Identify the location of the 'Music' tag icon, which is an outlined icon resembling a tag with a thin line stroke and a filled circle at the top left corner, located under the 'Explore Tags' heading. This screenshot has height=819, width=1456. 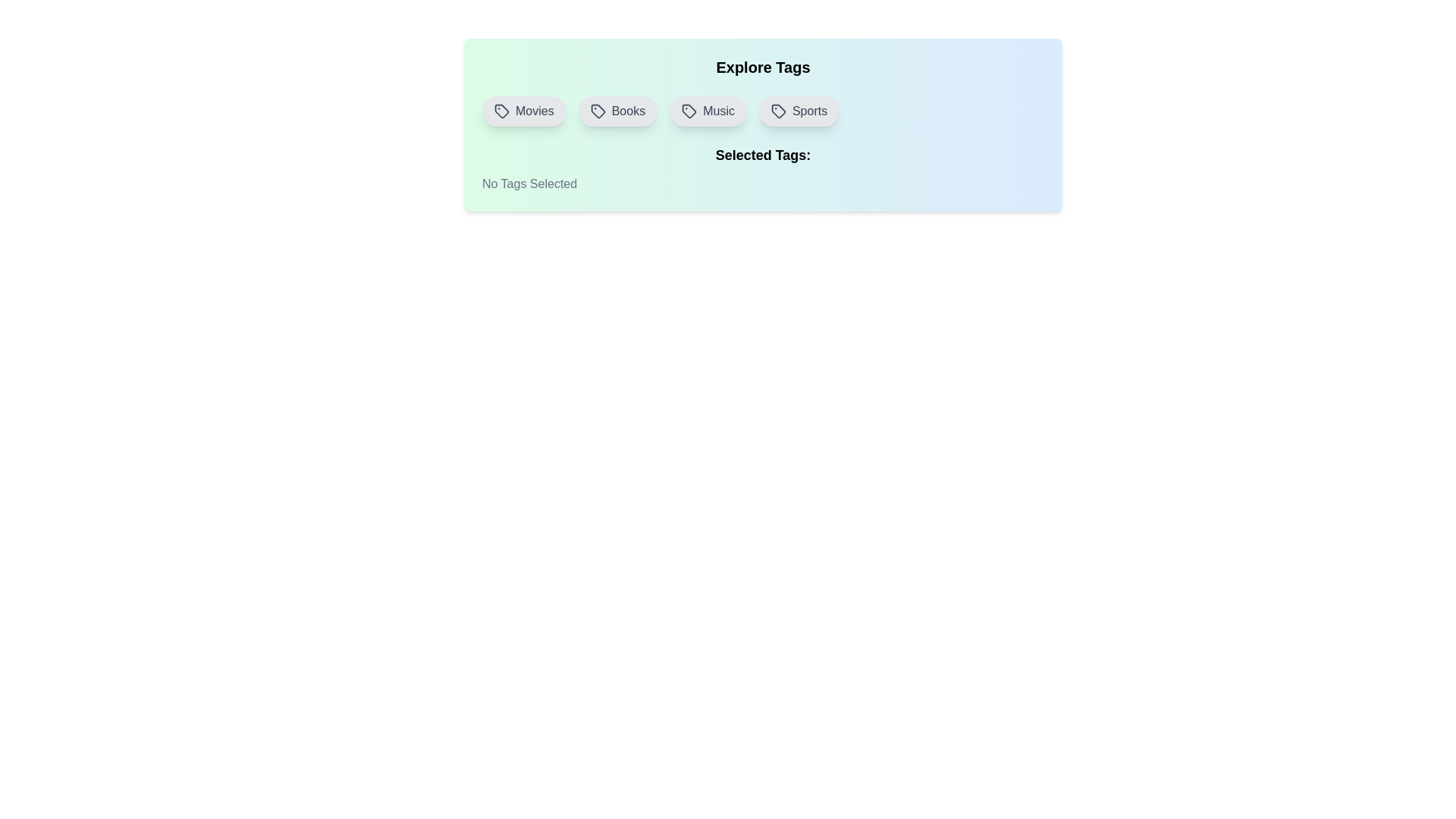
(689, 110).